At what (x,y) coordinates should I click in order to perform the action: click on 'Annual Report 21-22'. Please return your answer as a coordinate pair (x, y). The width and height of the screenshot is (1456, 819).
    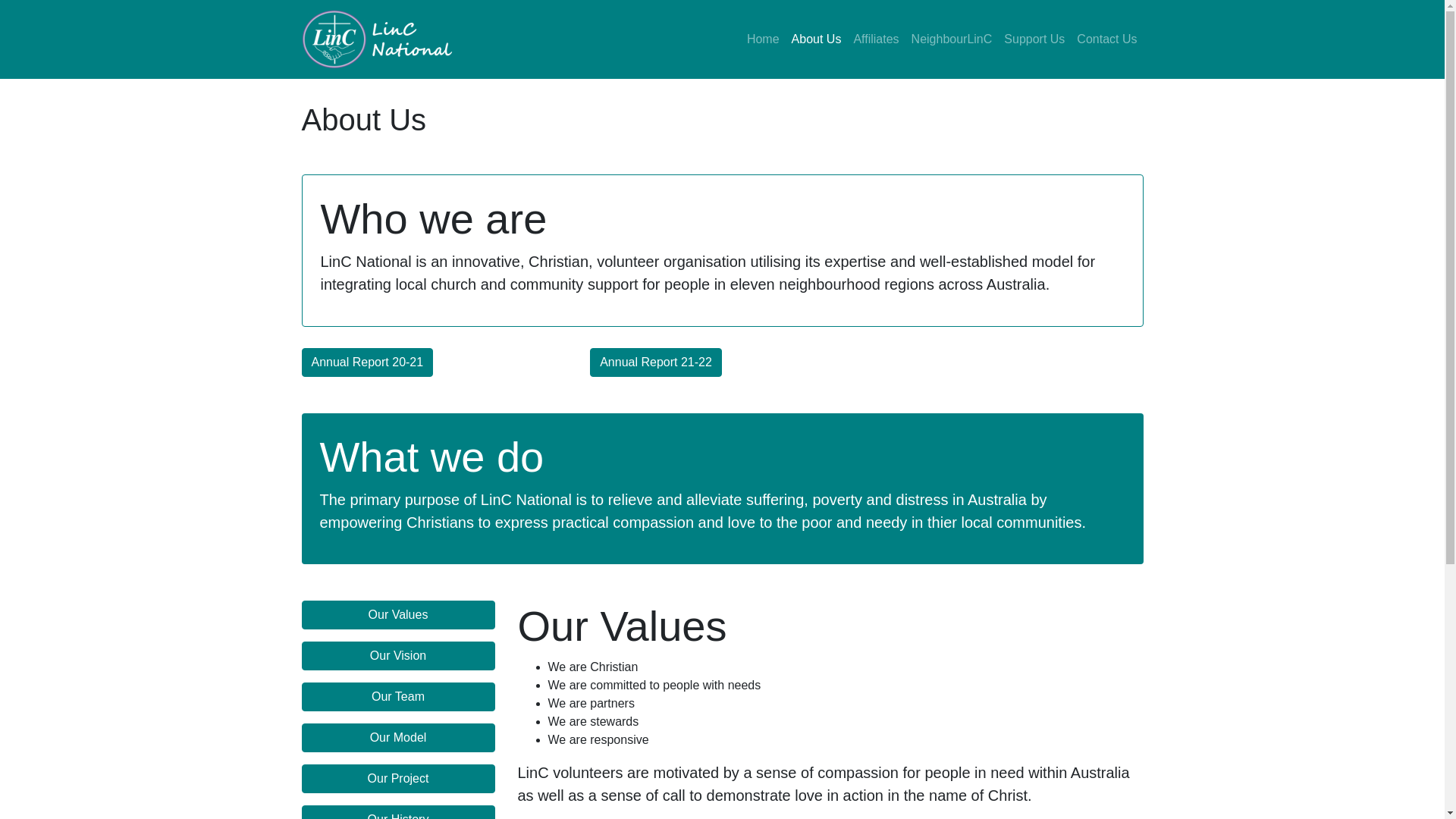
    Looking at the image, I should click on (588, 362).